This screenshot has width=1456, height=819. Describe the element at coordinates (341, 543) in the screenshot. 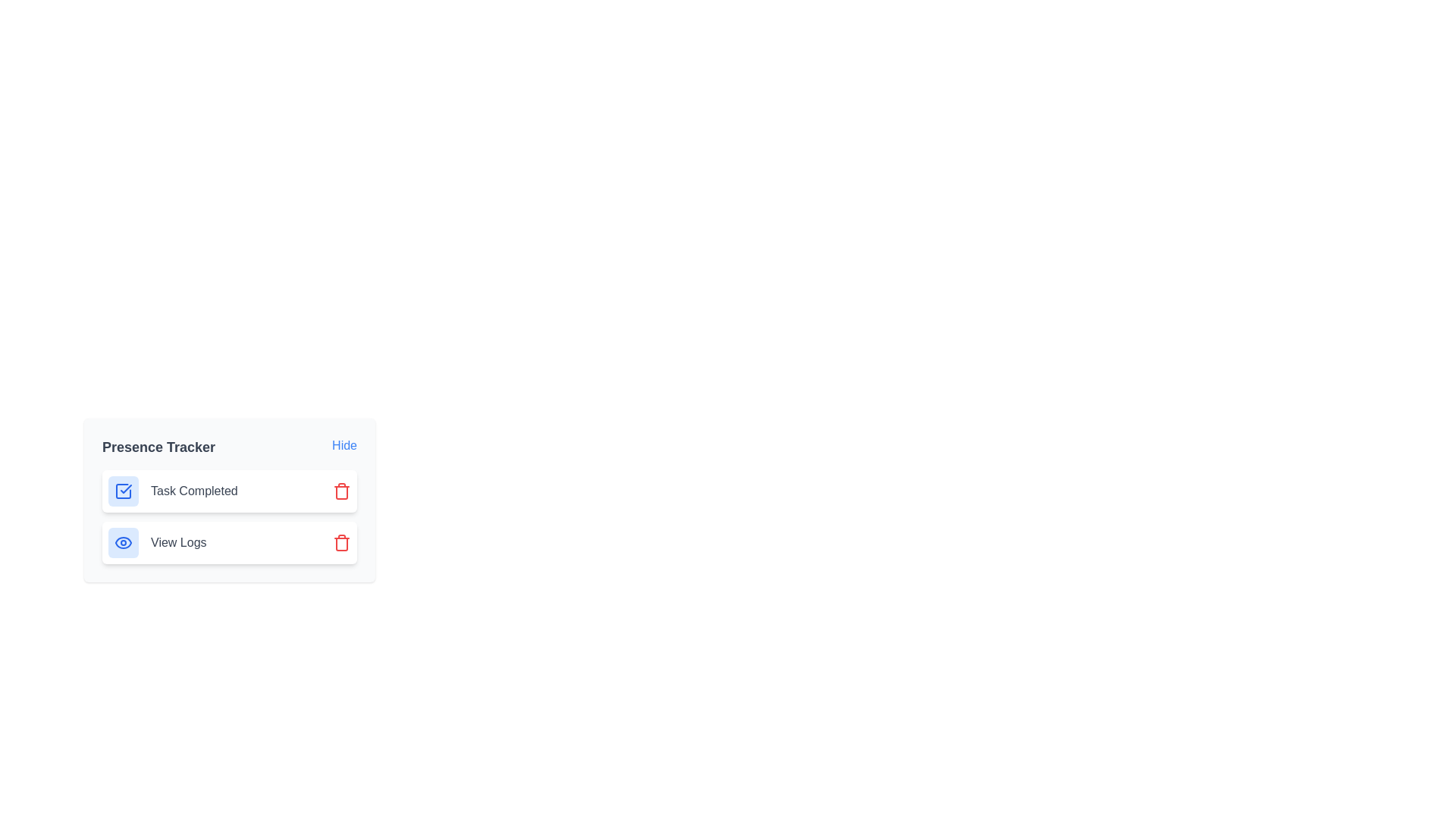

I see `the central vertical bar of the trash can icon, which is part of the red square delete button on the right side of the list entry` at that location.